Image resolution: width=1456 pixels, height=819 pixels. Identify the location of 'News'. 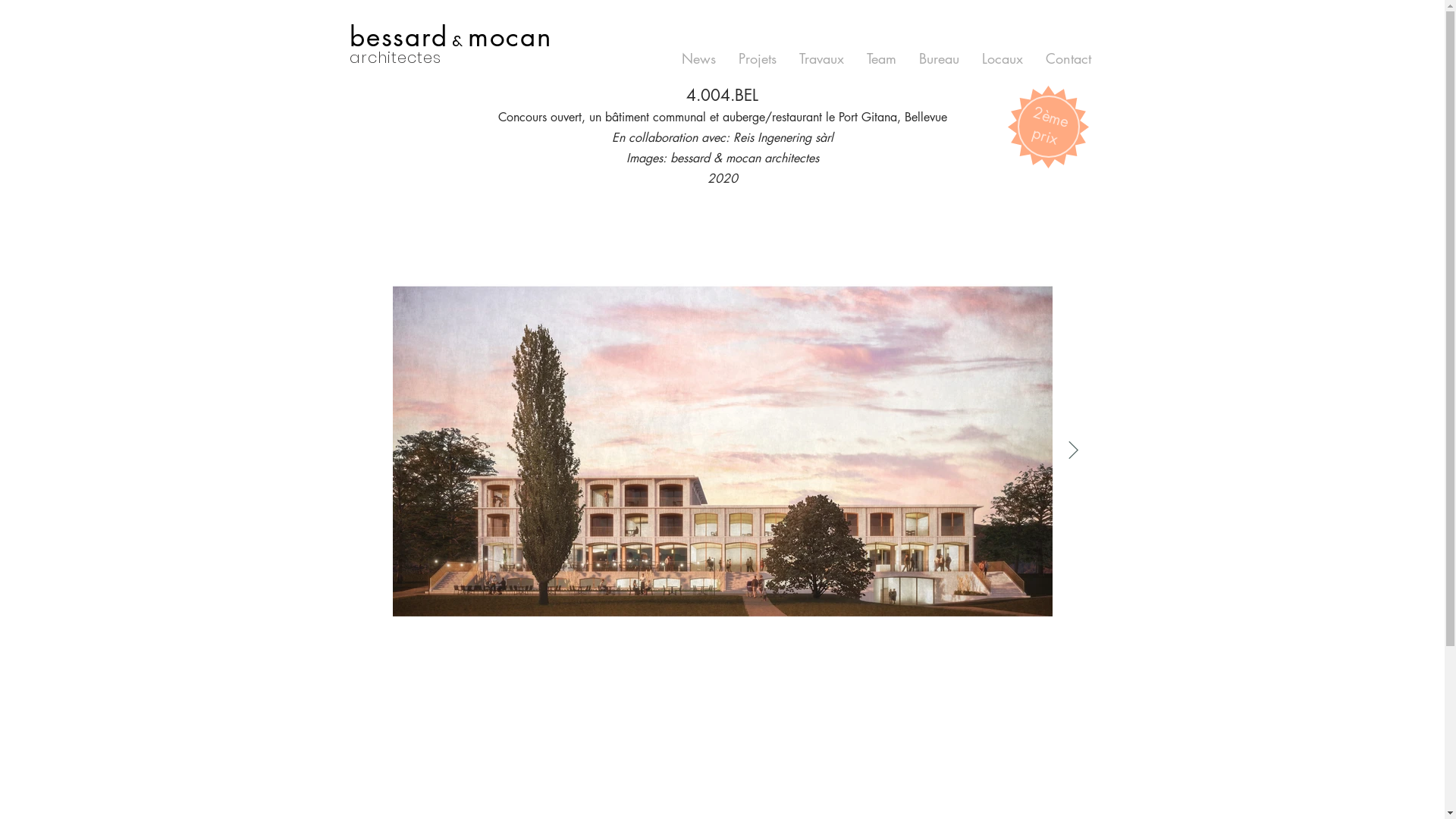
(669, 58).